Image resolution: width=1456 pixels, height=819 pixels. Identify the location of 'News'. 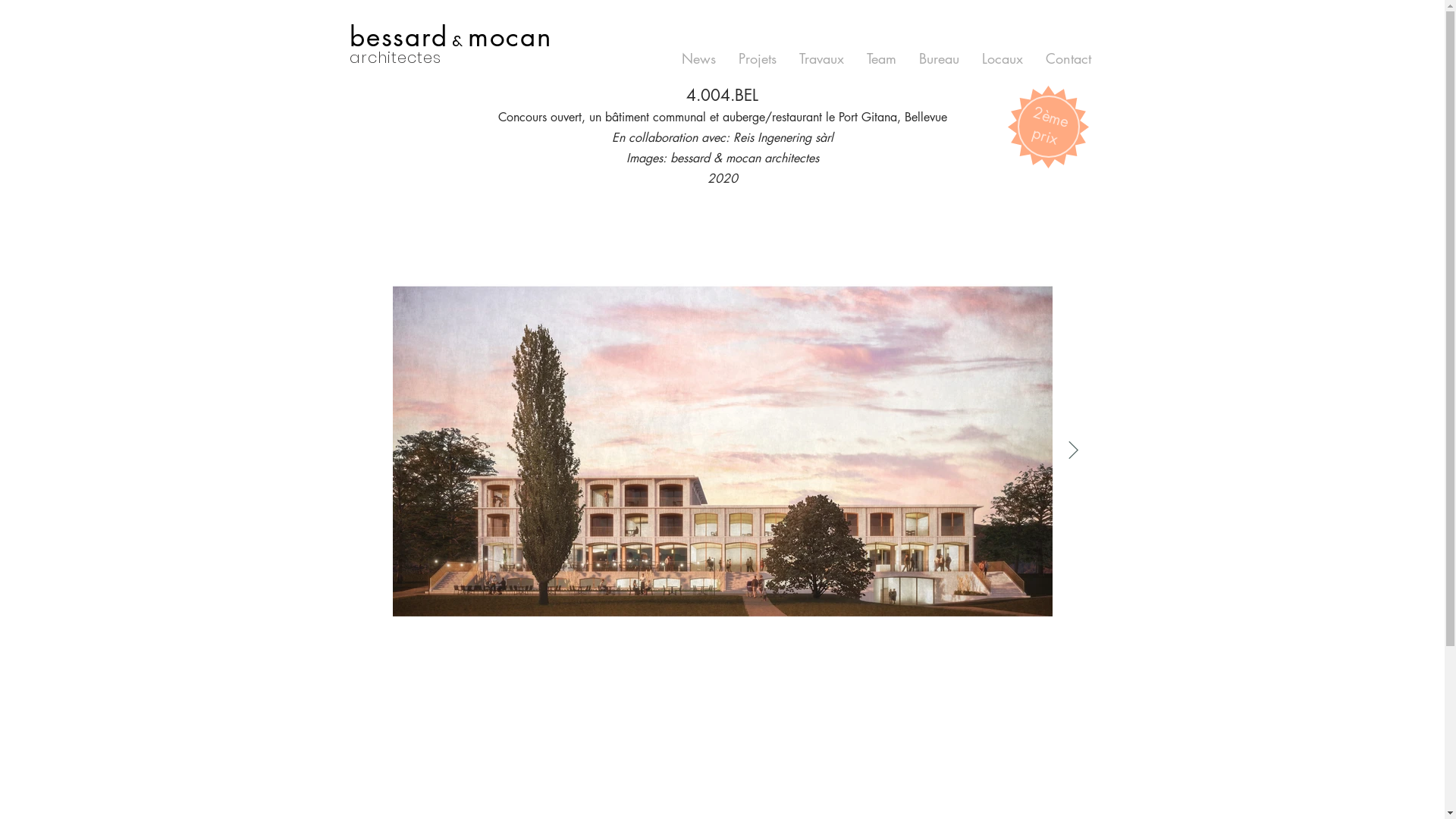
(669, 58).